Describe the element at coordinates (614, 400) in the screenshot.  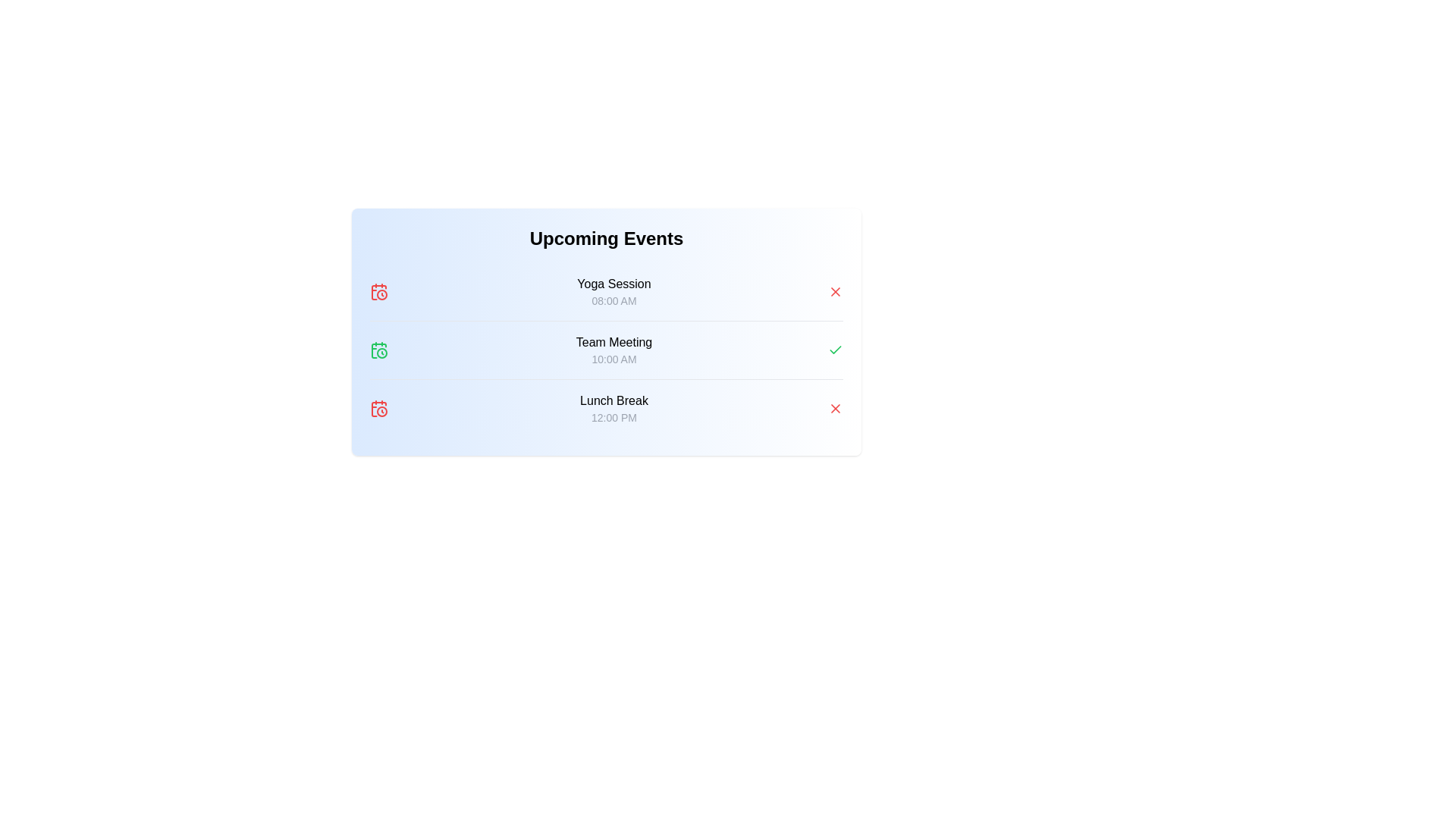
I see `the 'Lunch Break' text label in the third row of the 'Upcoming Events' list, which indicates the time slot '12:00 PM'` at that location.